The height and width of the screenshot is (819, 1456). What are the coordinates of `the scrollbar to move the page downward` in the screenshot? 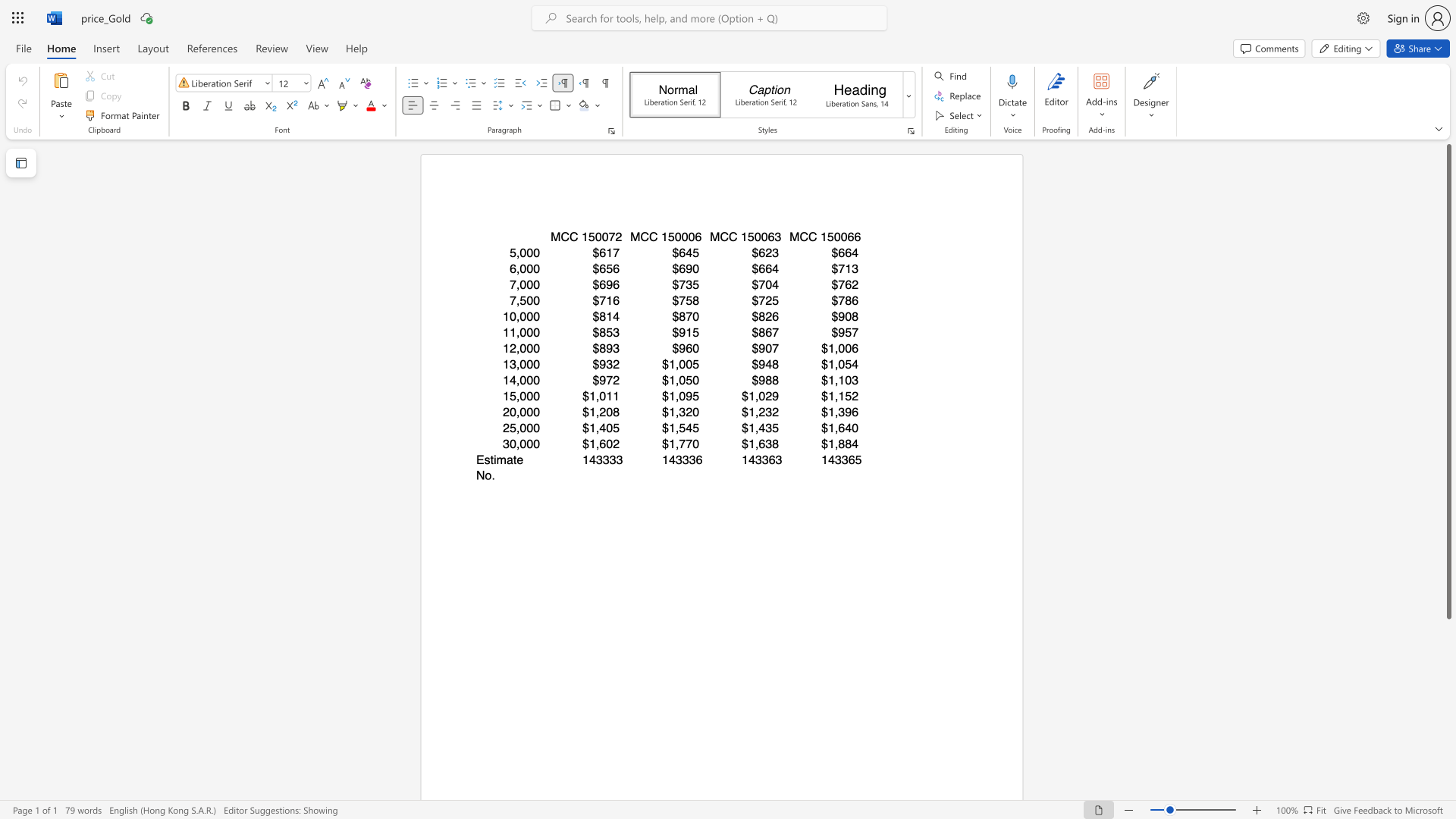 It's located at (1448, 690).